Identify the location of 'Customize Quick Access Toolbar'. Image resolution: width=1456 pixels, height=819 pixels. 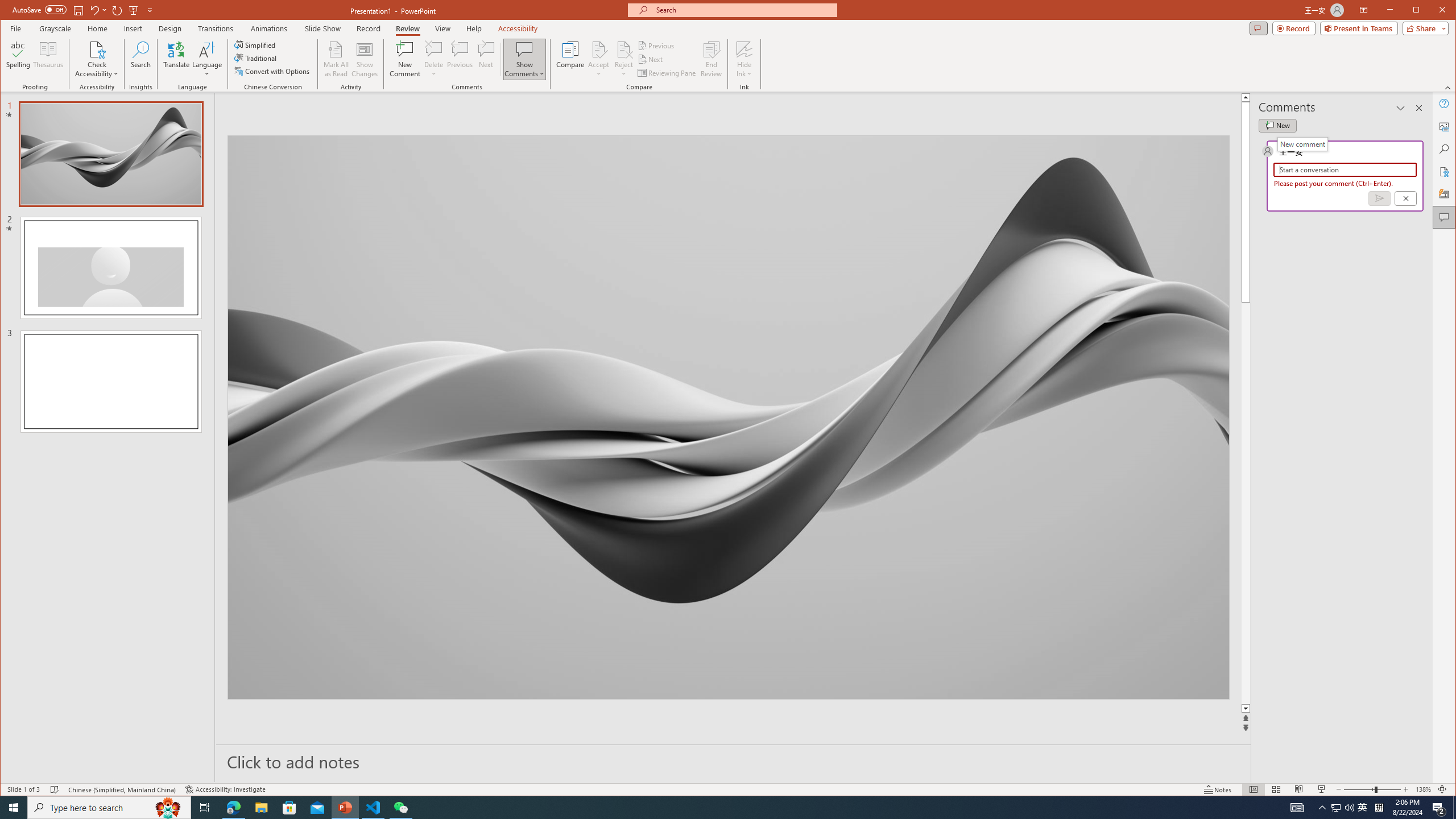
(150, 9).